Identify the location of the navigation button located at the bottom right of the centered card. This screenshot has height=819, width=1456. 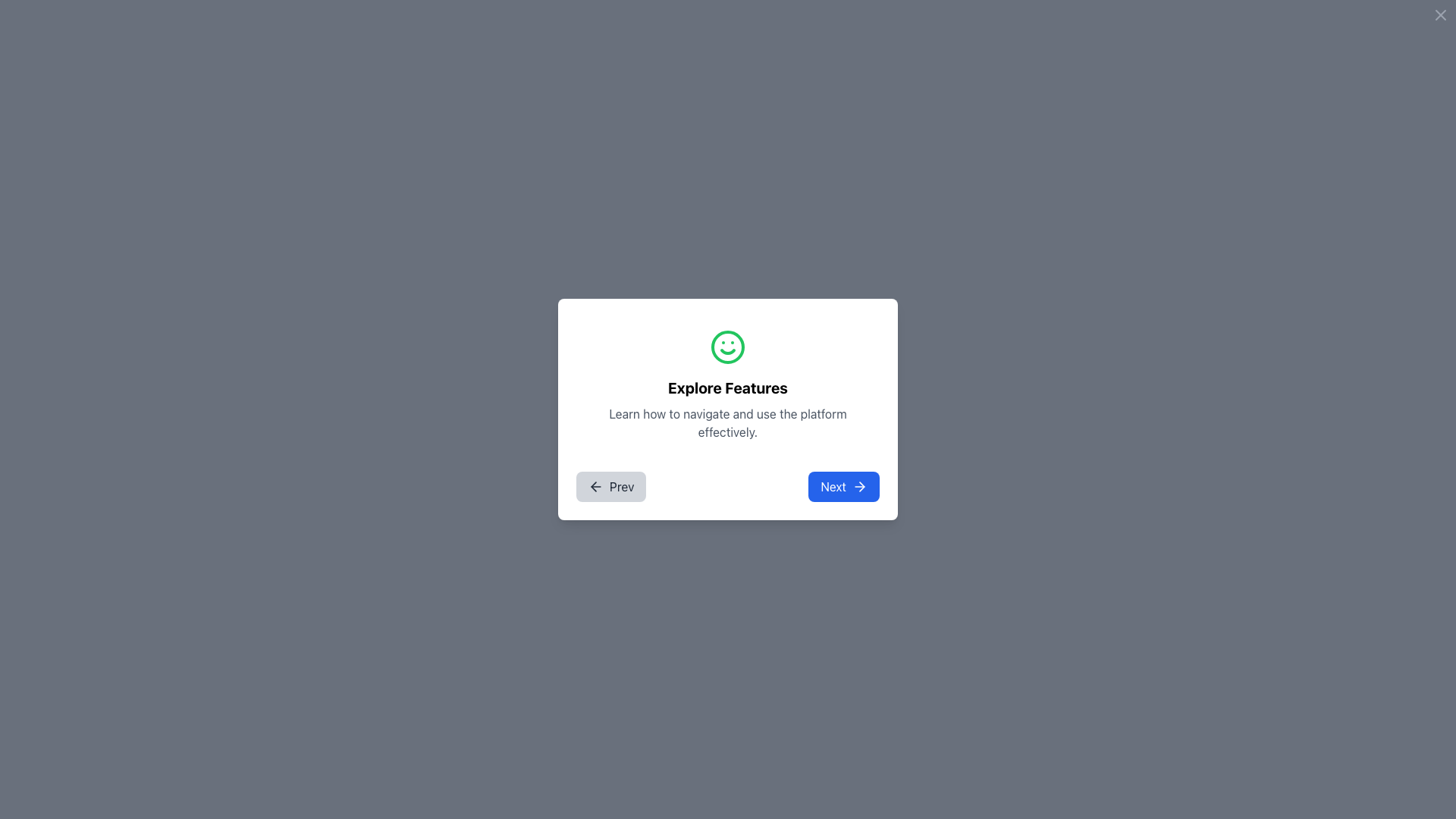
(843, 486).